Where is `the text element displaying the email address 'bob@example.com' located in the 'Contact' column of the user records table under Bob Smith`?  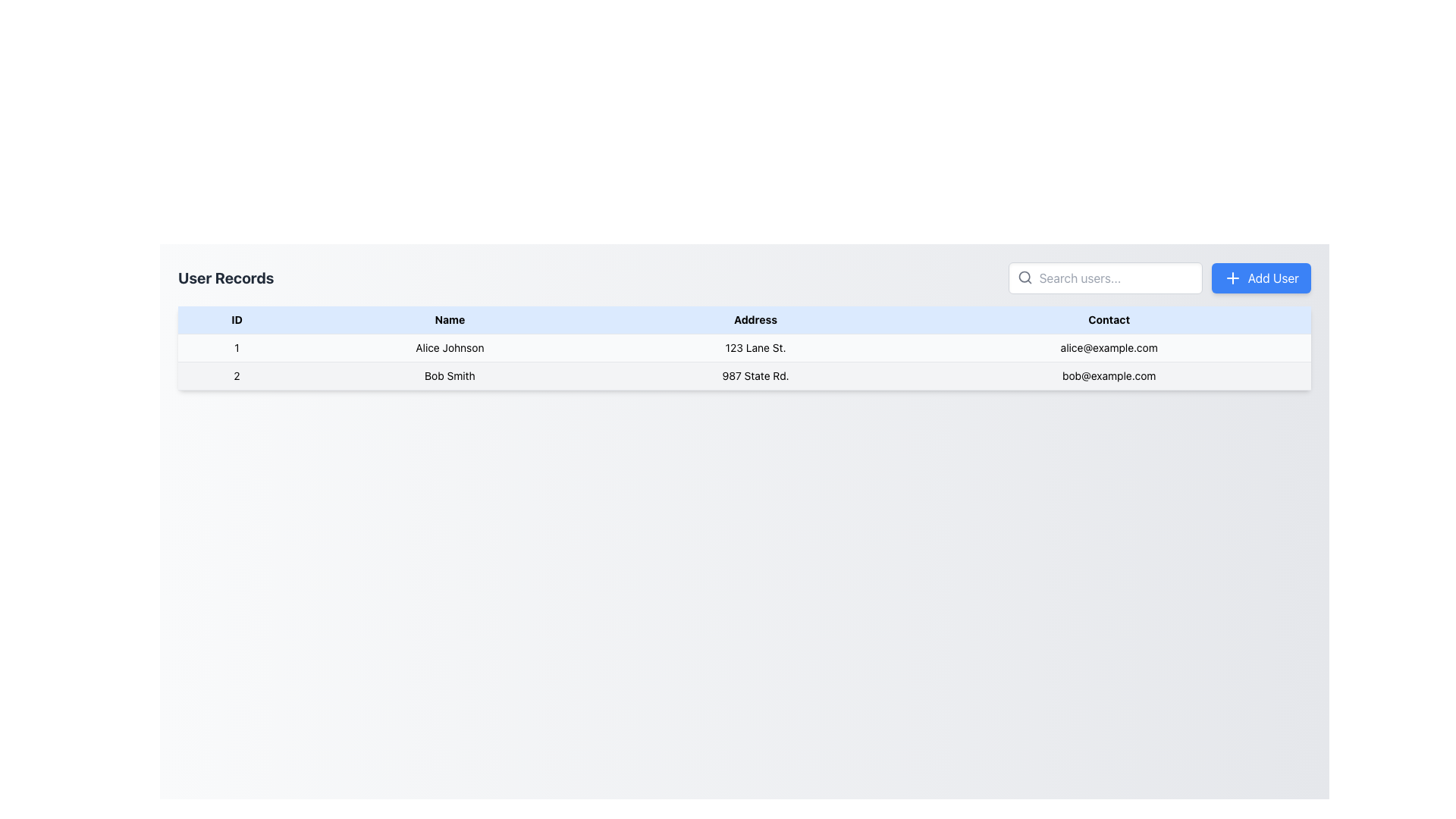
the text element displaying the email address 'bob@example.com' located in the 'Contact' column of the user records table under Bob Smith is located at coordinates (1109, 375).